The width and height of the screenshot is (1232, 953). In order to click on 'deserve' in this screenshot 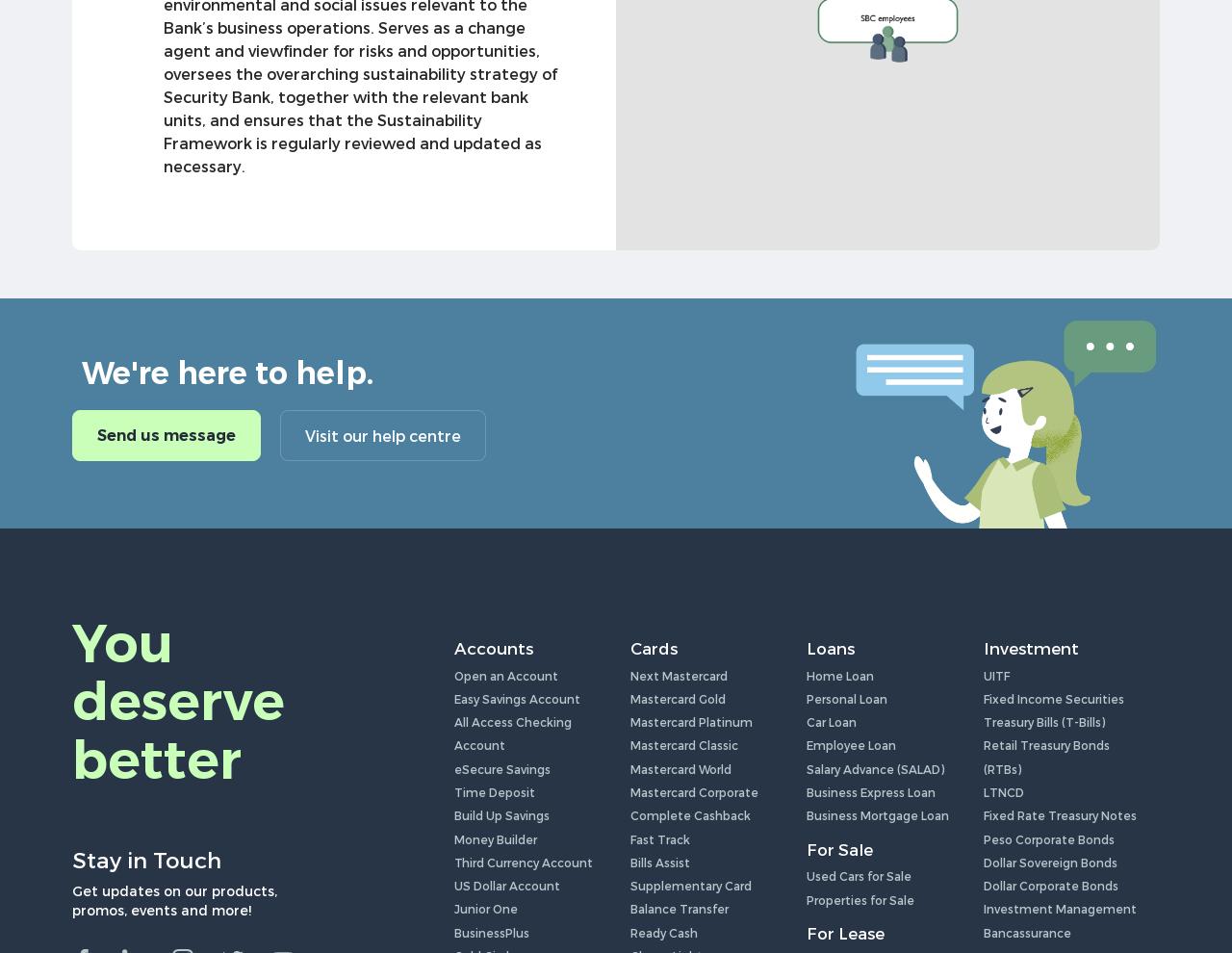, I will do `click(178, 700)`.